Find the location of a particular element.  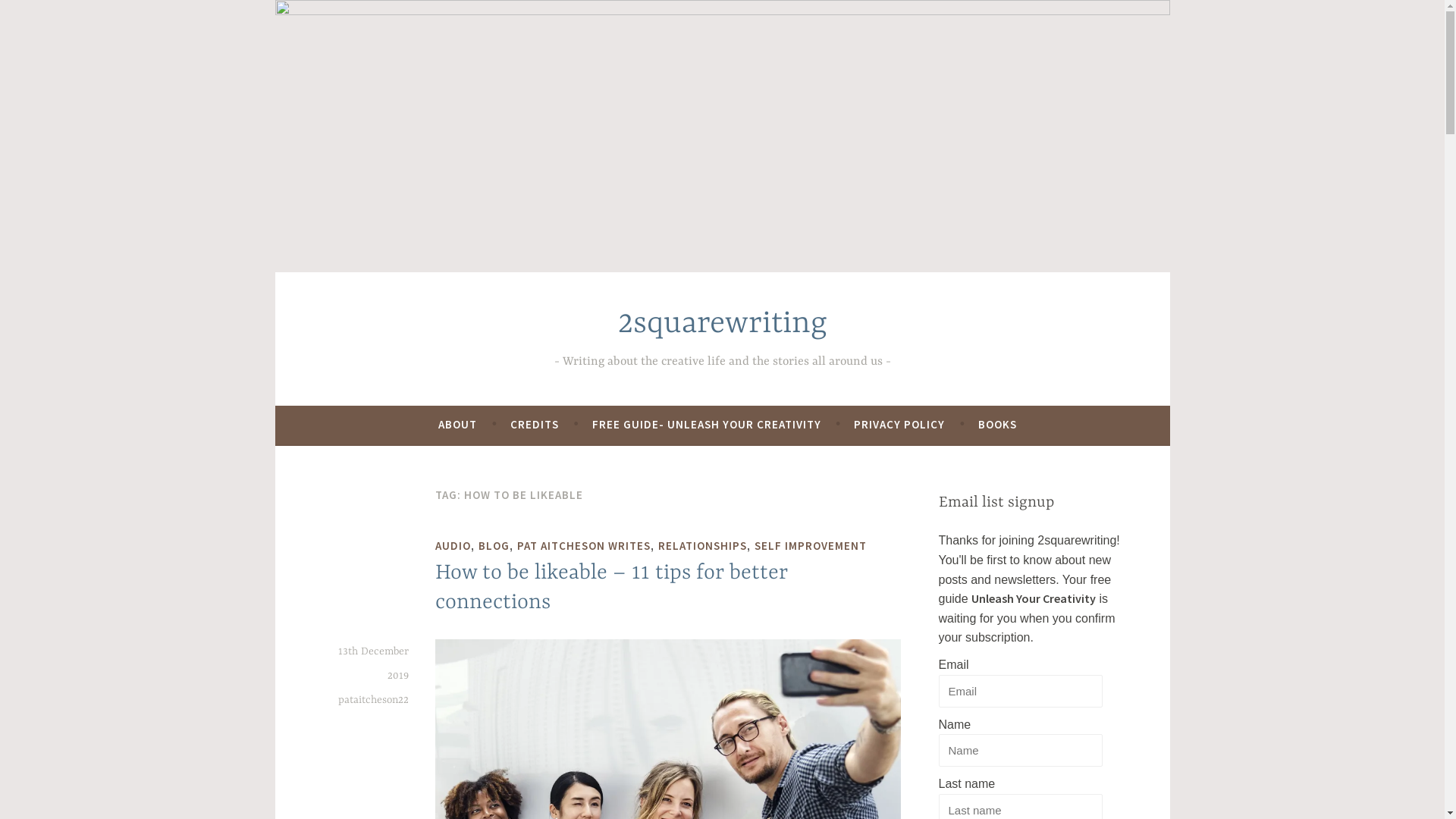

'PAT AITCHESON WRITES' is located at coordinates (582, 546).